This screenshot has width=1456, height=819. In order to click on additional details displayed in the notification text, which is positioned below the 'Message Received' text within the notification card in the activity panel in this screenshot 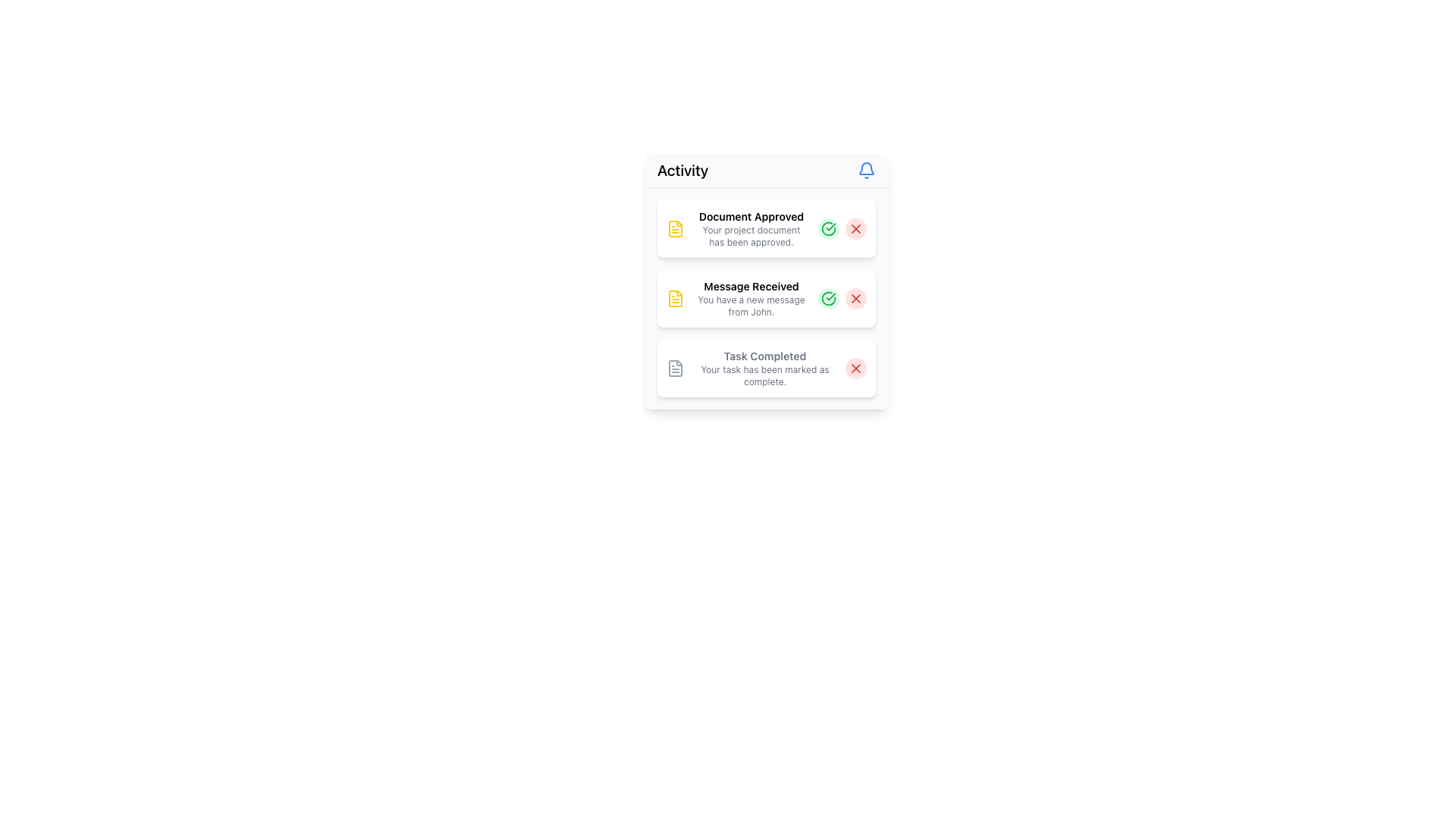, I will do `click(751, 306)`.